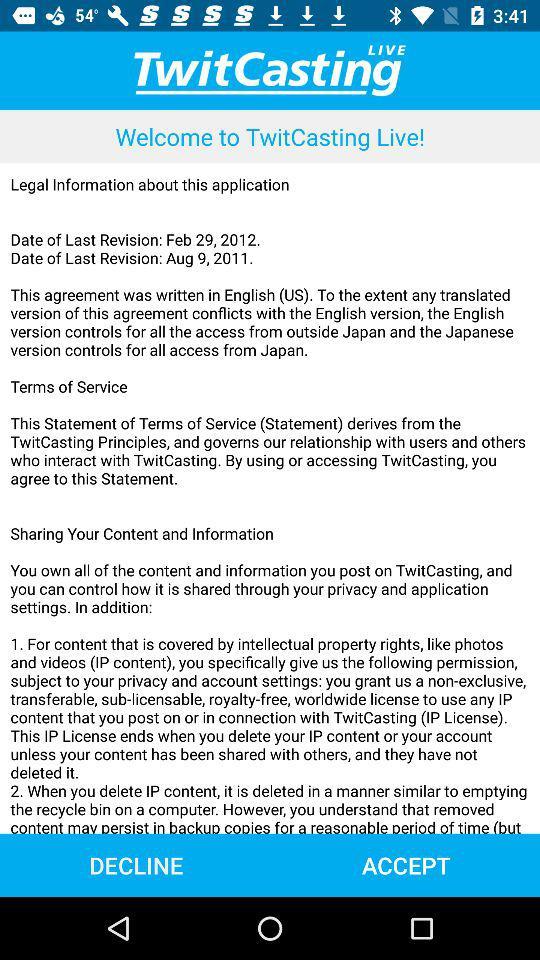 This screenshot has height=960, width=540. I want to click on the icon below the legal information about, so click(405, 864).